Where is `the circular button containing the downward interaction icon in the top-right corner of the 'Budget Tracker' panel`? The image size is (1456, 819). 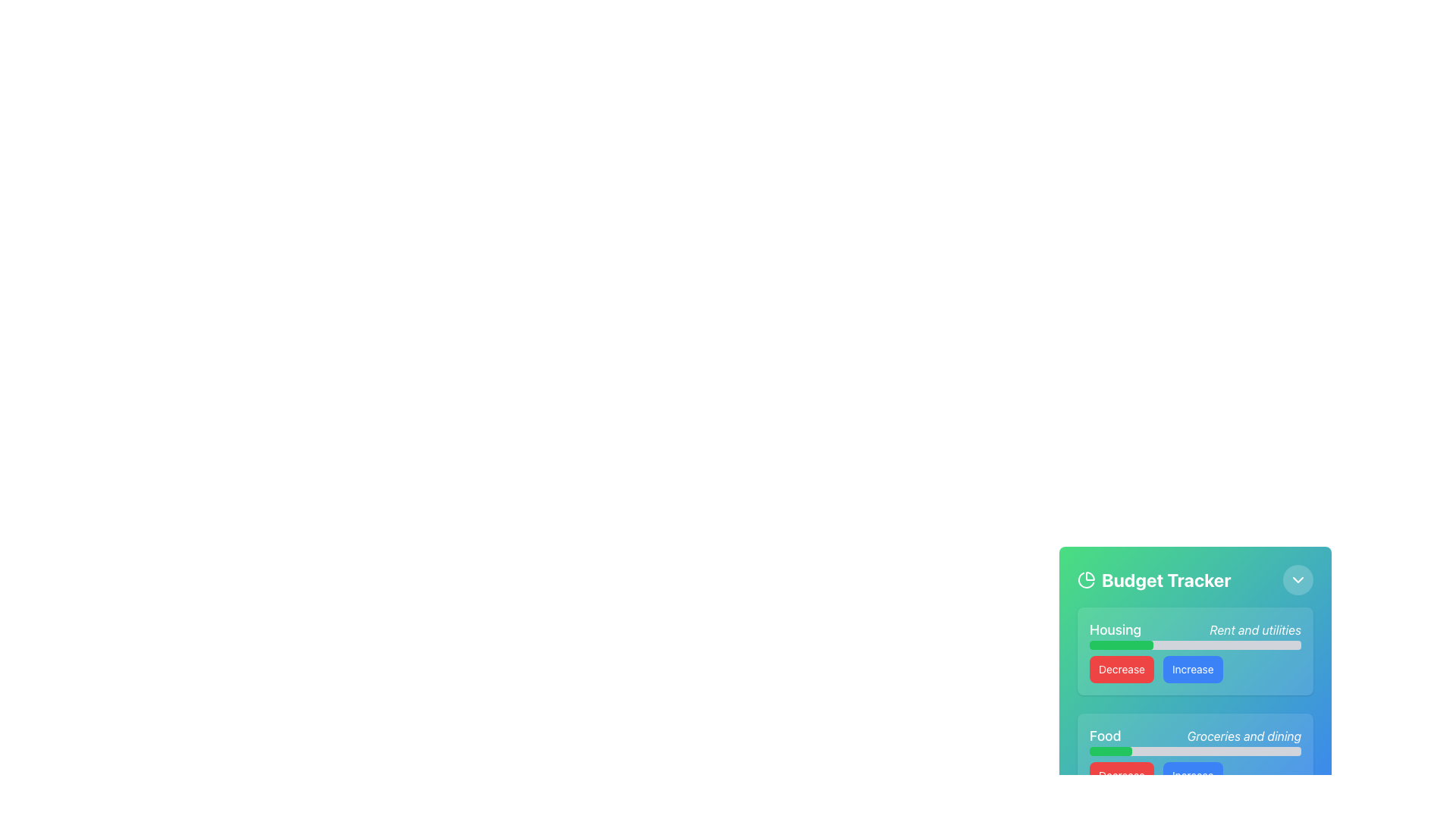
the circular button containing the downward interaction icon in the top-right corner of the 'Budget Tracker' panel is located at coordinates (1298, 579).